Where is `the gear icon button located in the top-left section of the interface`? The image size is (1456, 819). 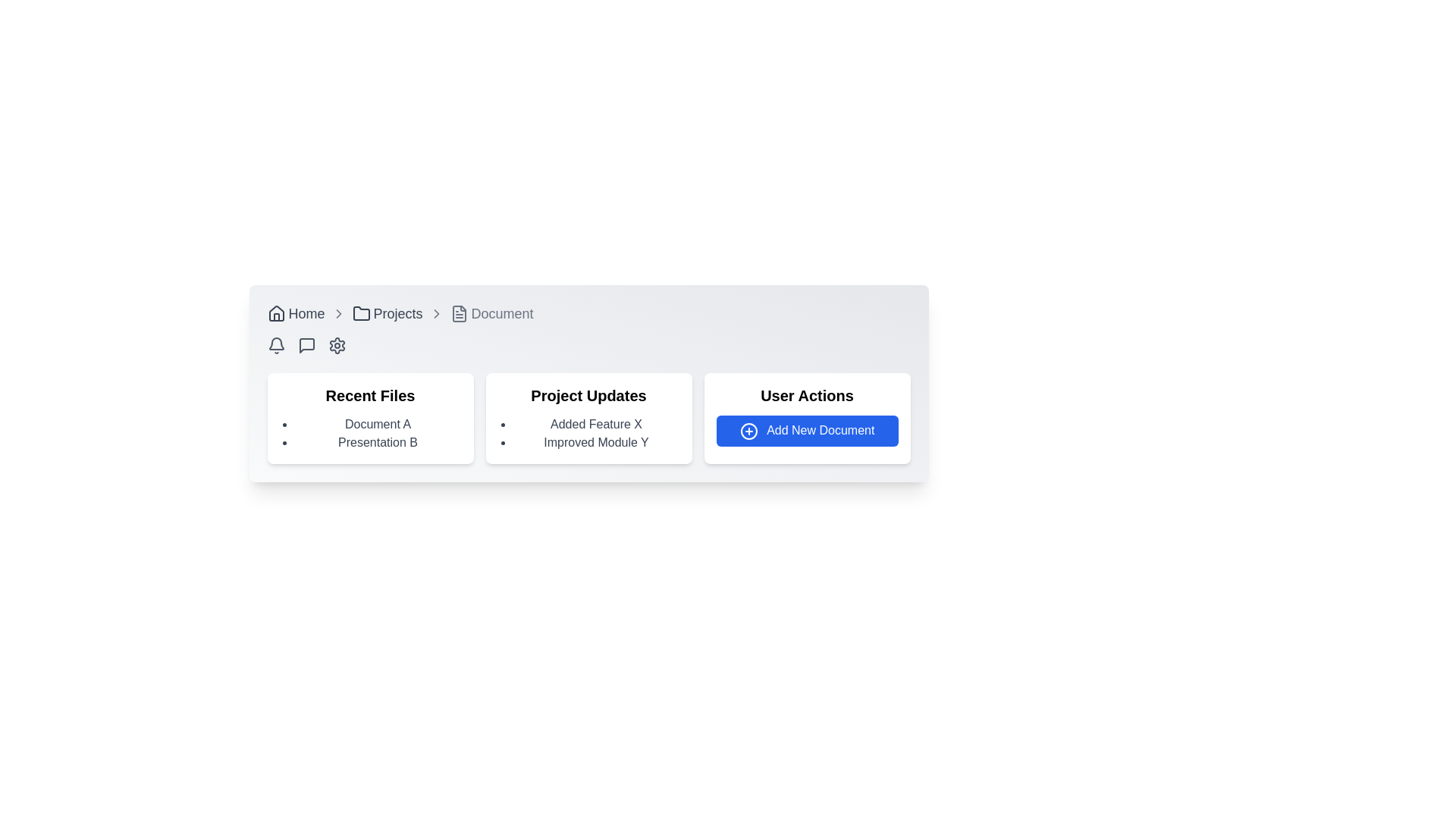 the gear icon button located in the top-left section of the interface is located at coordinates (336, 345).